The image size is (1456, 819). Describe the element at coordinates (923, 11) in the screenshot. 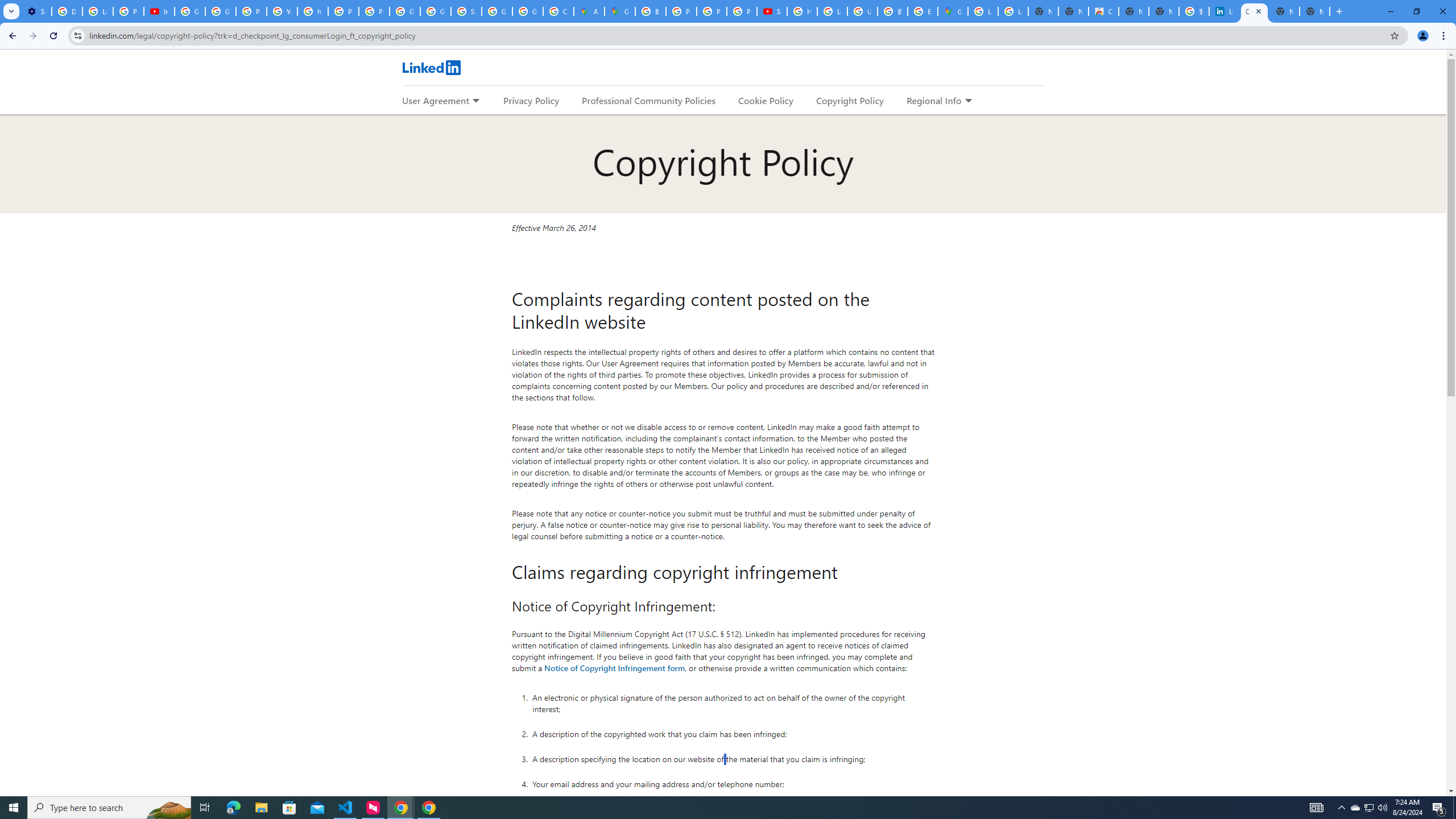

I see `'Explore new street-level details - Google Maps Help'` at that location.